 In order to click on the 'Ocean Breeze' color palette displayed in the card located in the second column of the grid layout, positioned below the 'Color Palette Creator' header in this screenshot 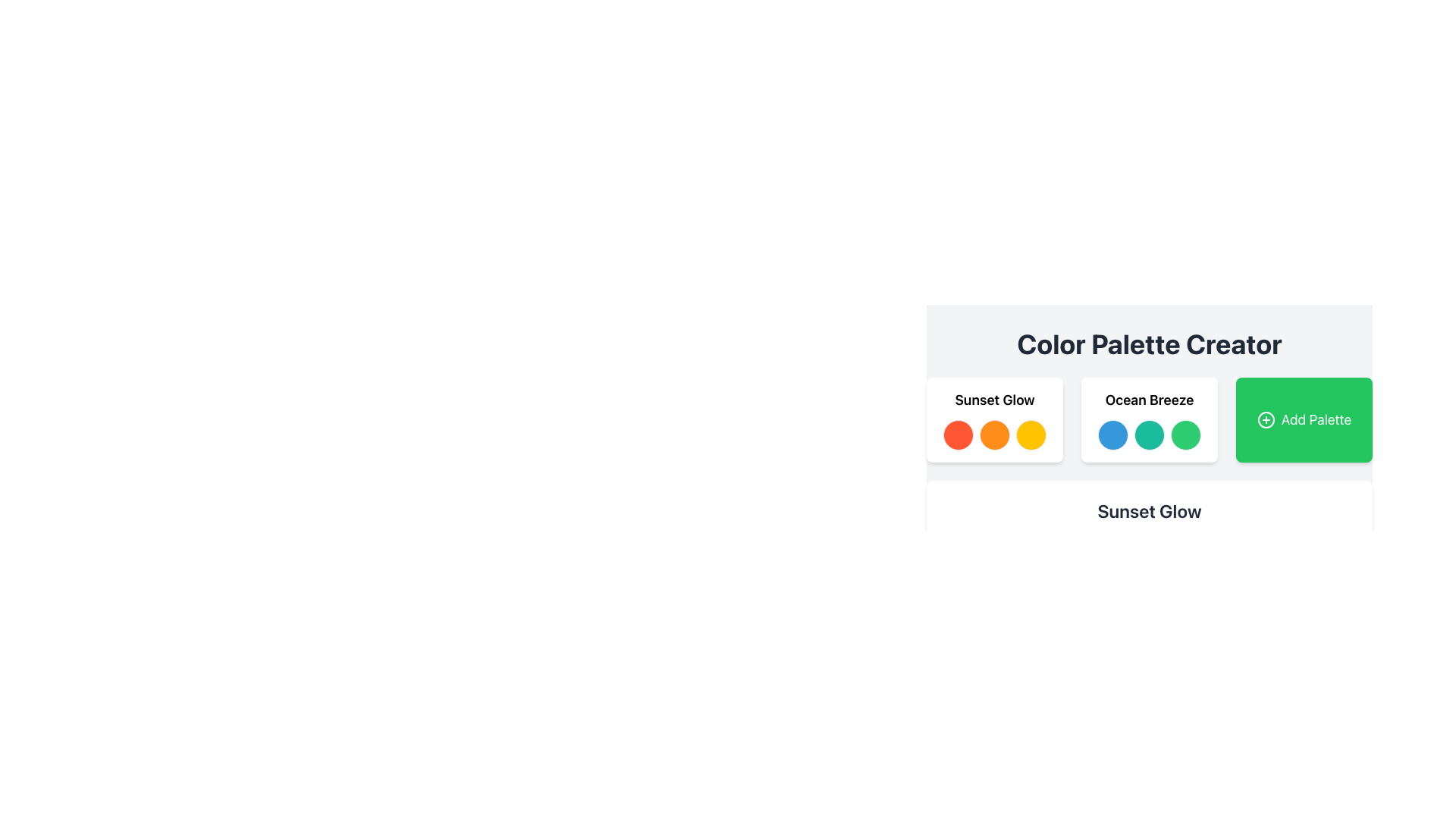, I will do `click(1150, 420)`.